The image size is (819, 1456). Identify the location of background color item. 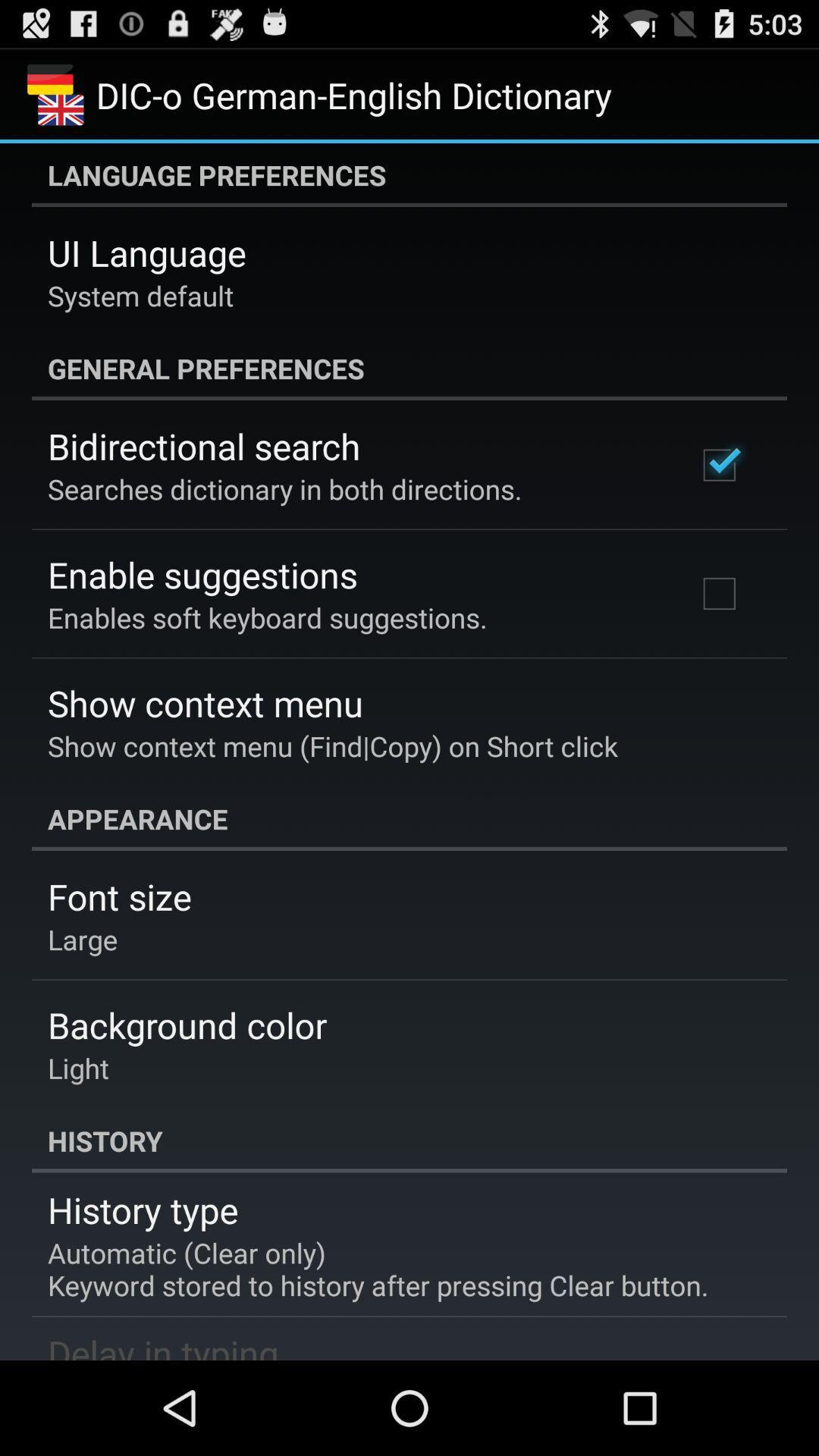
(187, 1025).